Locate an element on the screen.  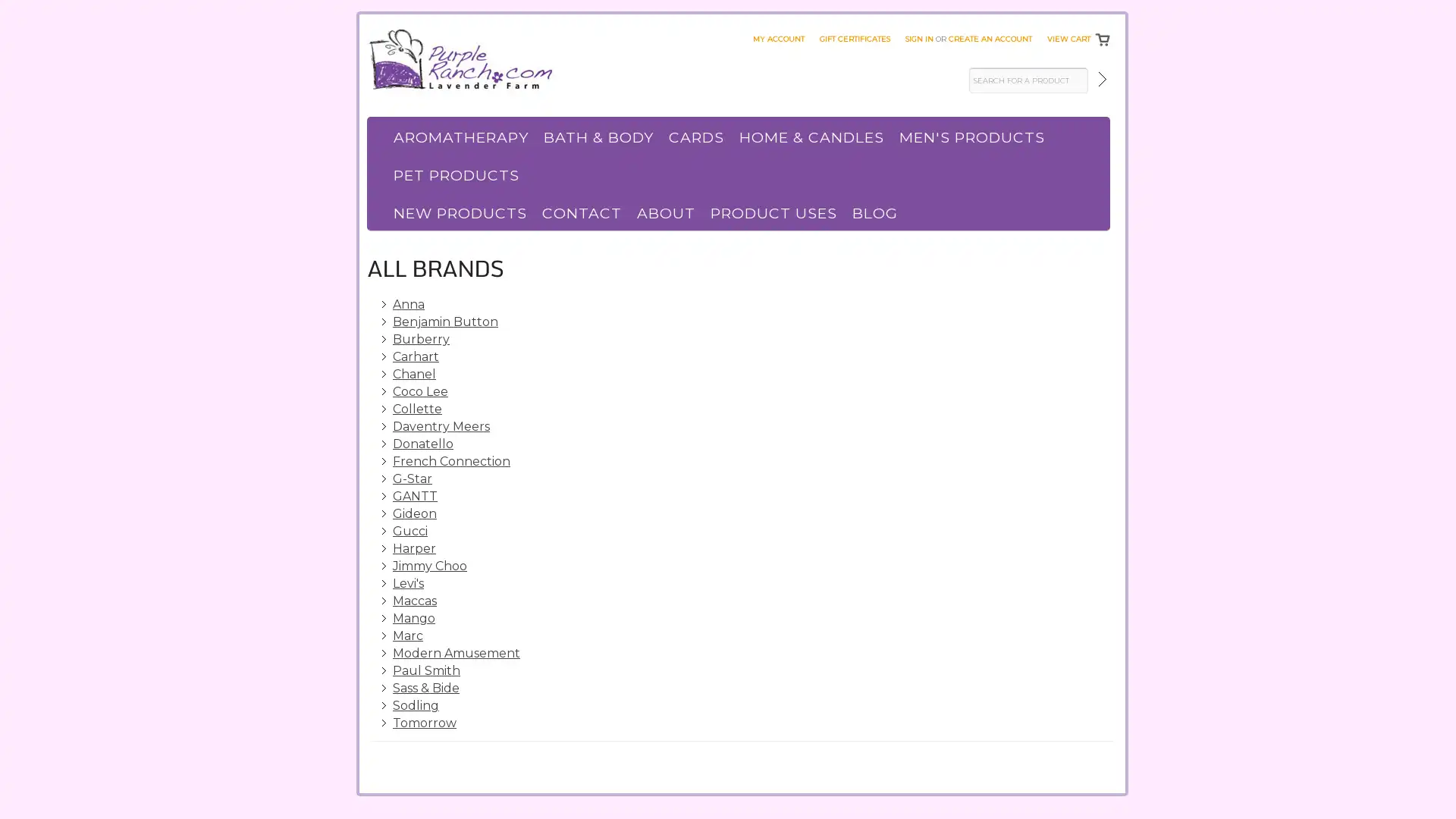
Submit is located at coordinates (1102, 79).